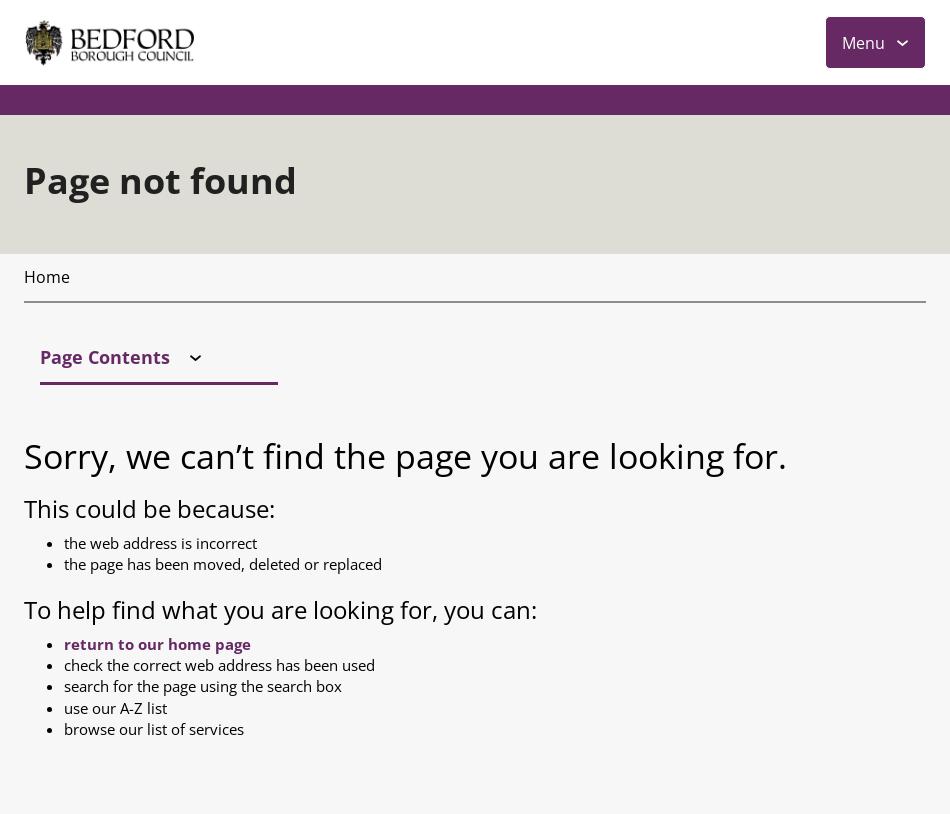 The image size is (950, 814). What do you see at coordinates (64, 239) in the screenshot?
I see `'check the correct web address has been used'` at bounding box center [64, 239].